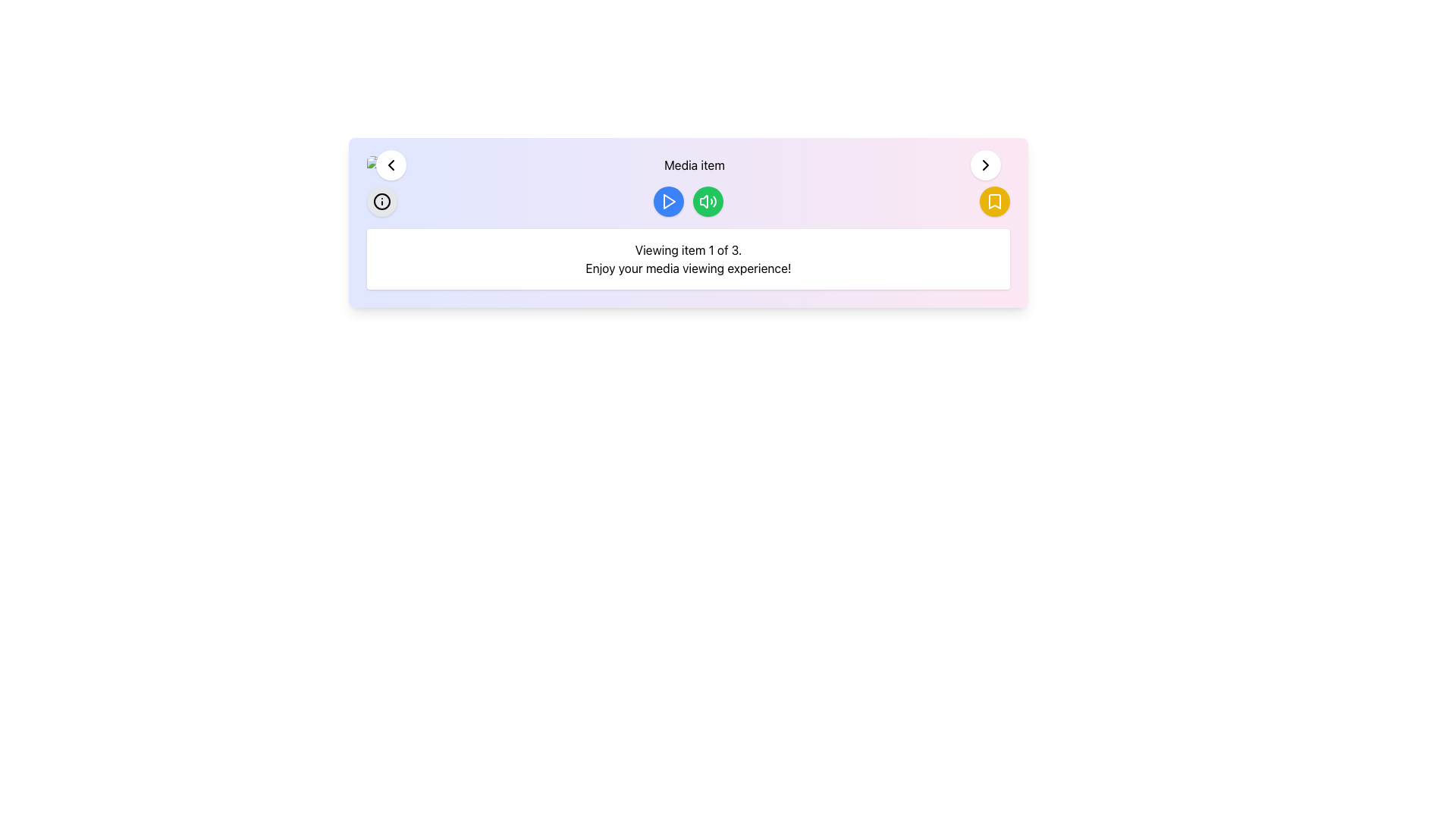 This screenshot has width=1456, height=819. Describe the element at coordinates (391, 165) in the screenshot. I see `the navigation icon button located on the left side of the control section near the top of the page` at that location.